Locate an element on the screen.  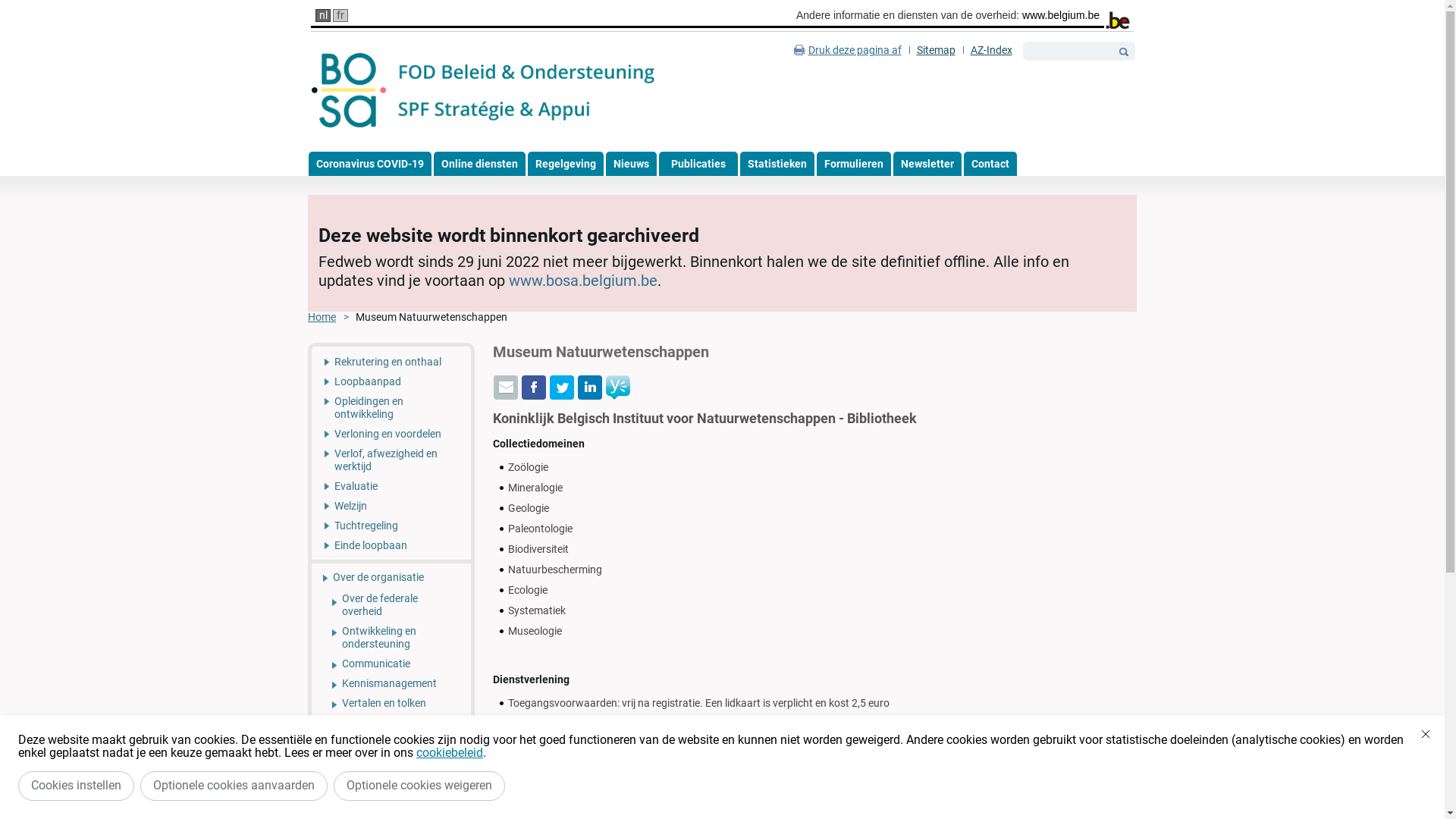
'Optionele cookies aanvaarden' is located at coordinates (233, 785).